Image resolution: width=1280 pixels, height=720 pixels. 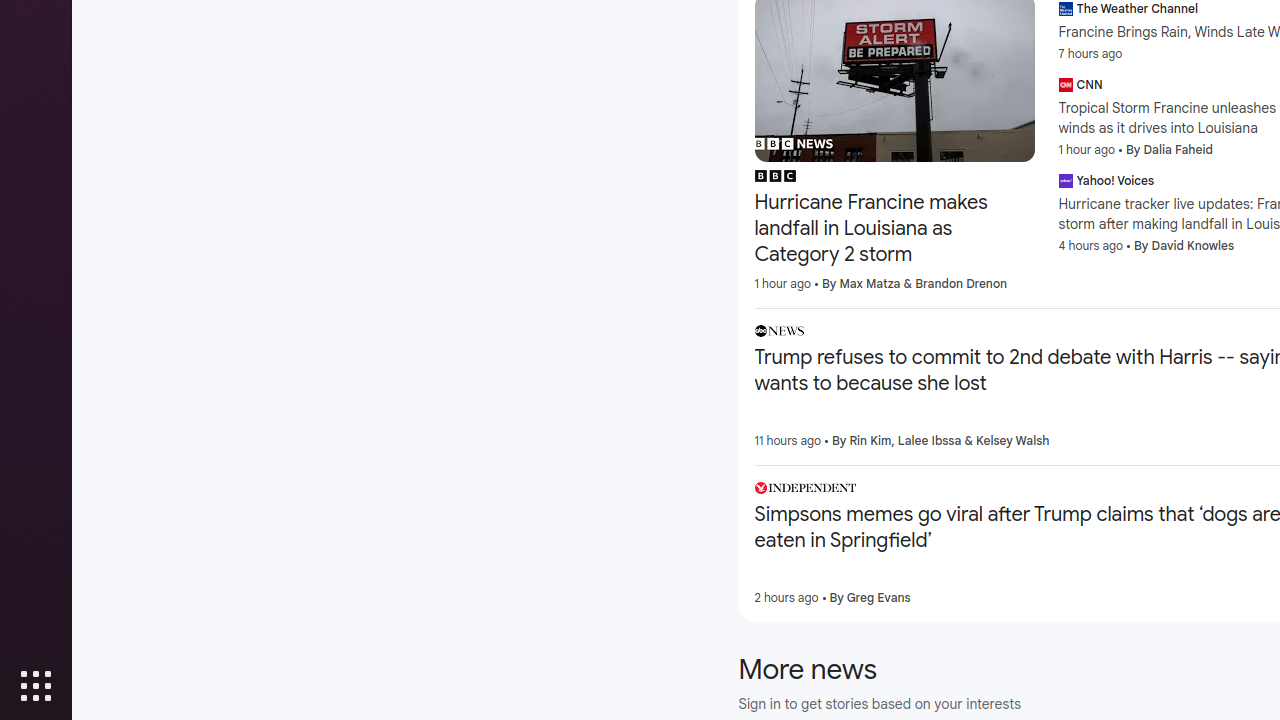 I want to click on 'Hurricane Francine makes landfall in Louisiana as Category 2 storm', so click(x=893, y=228).